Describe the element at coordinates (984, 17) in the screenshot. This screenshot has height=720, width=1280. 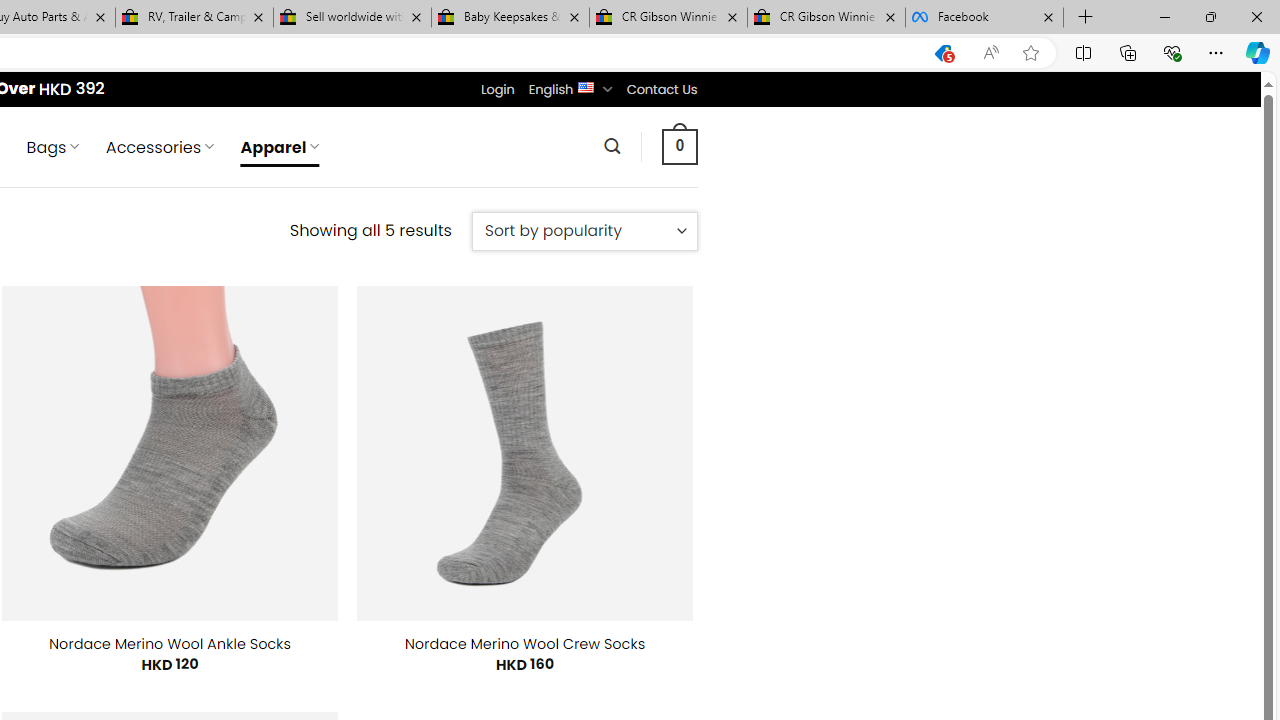
I see `'Facebook'` at that location.